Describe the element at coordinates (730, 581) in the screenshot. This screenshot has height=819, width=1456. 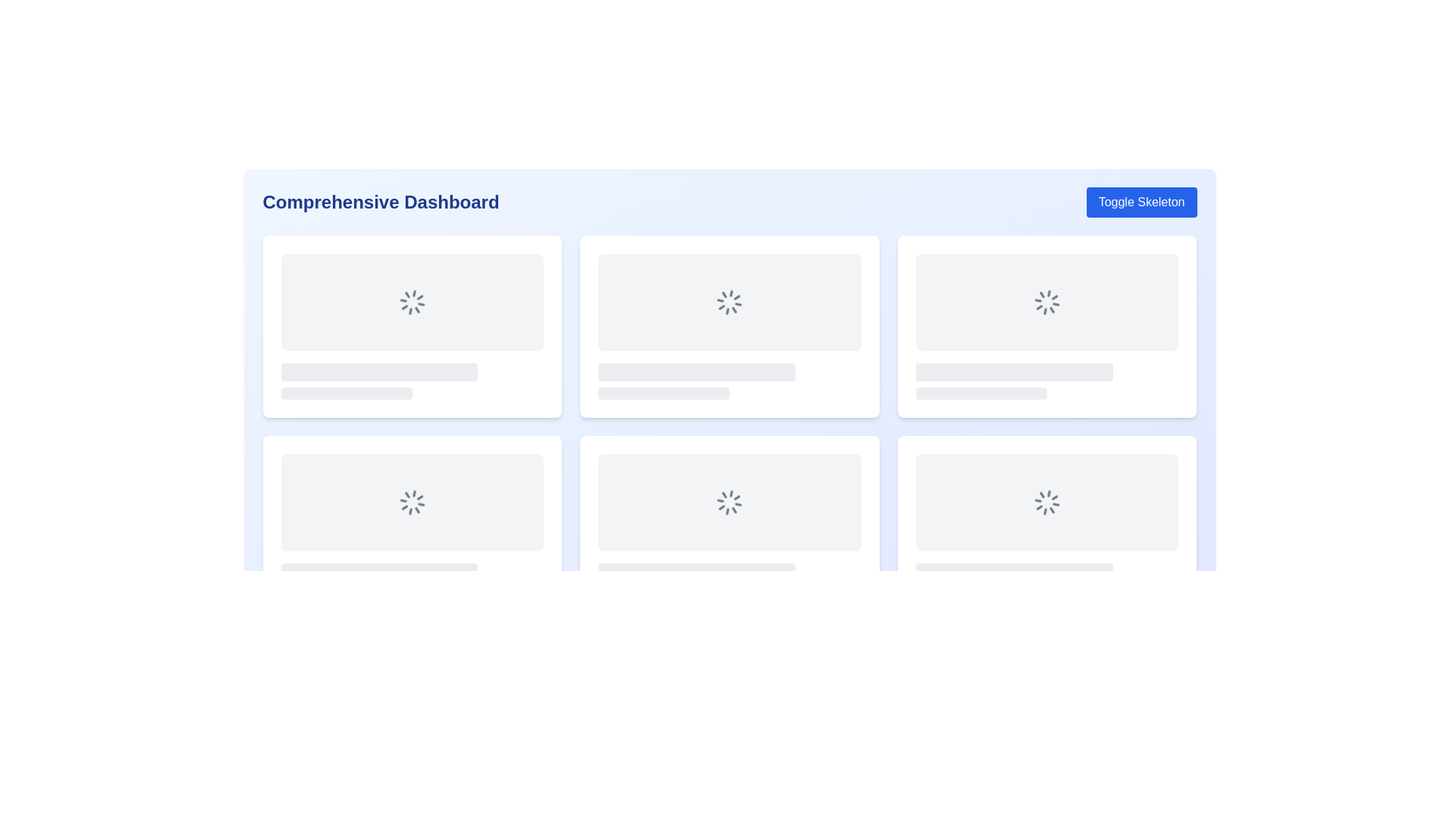
I see `the Skeleton loader (placeholder component) located at the bottom of a card structure, which indicates loading content` at that location.